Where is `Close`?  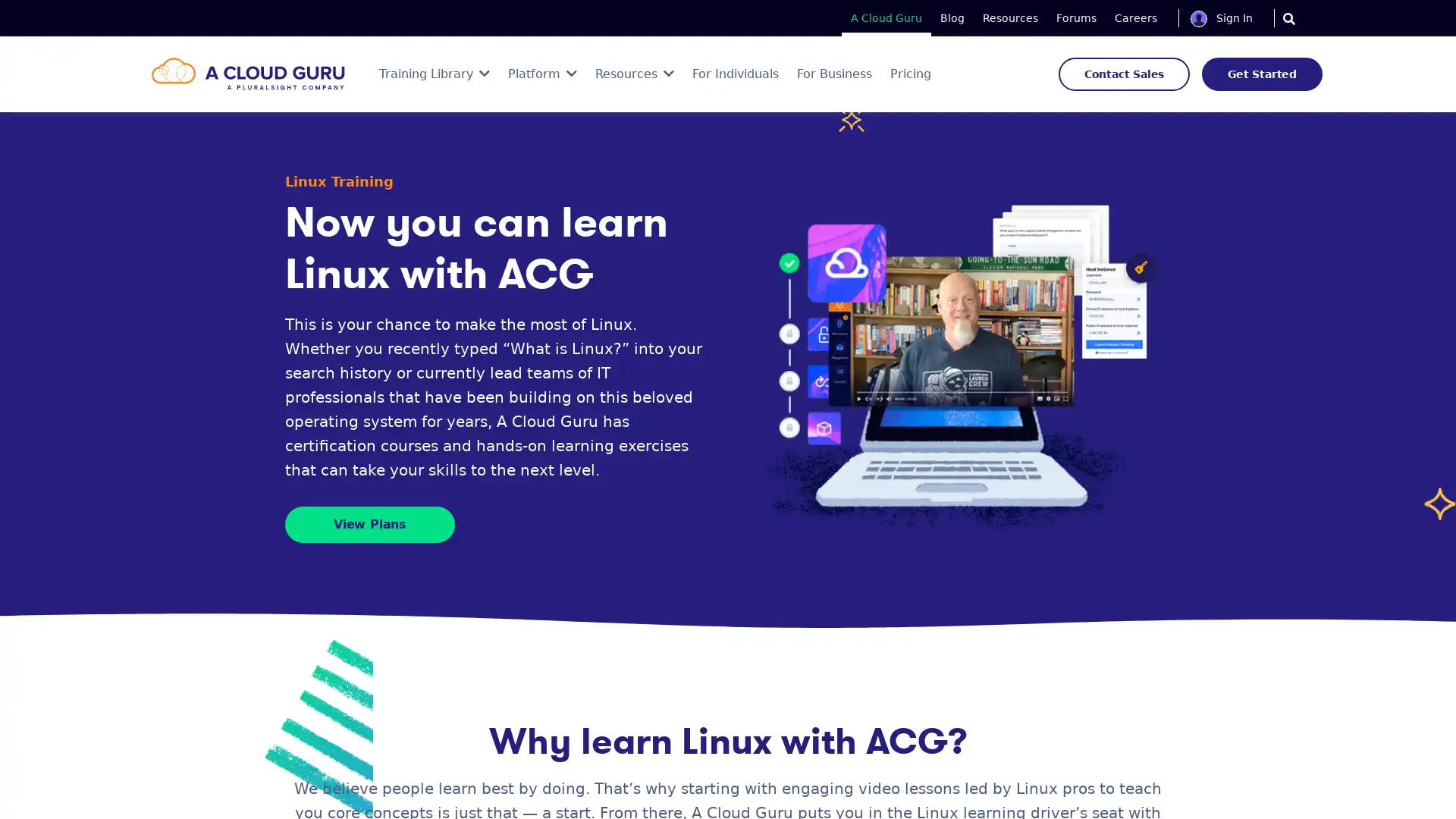
Close is located at coordinates (1438, 769).